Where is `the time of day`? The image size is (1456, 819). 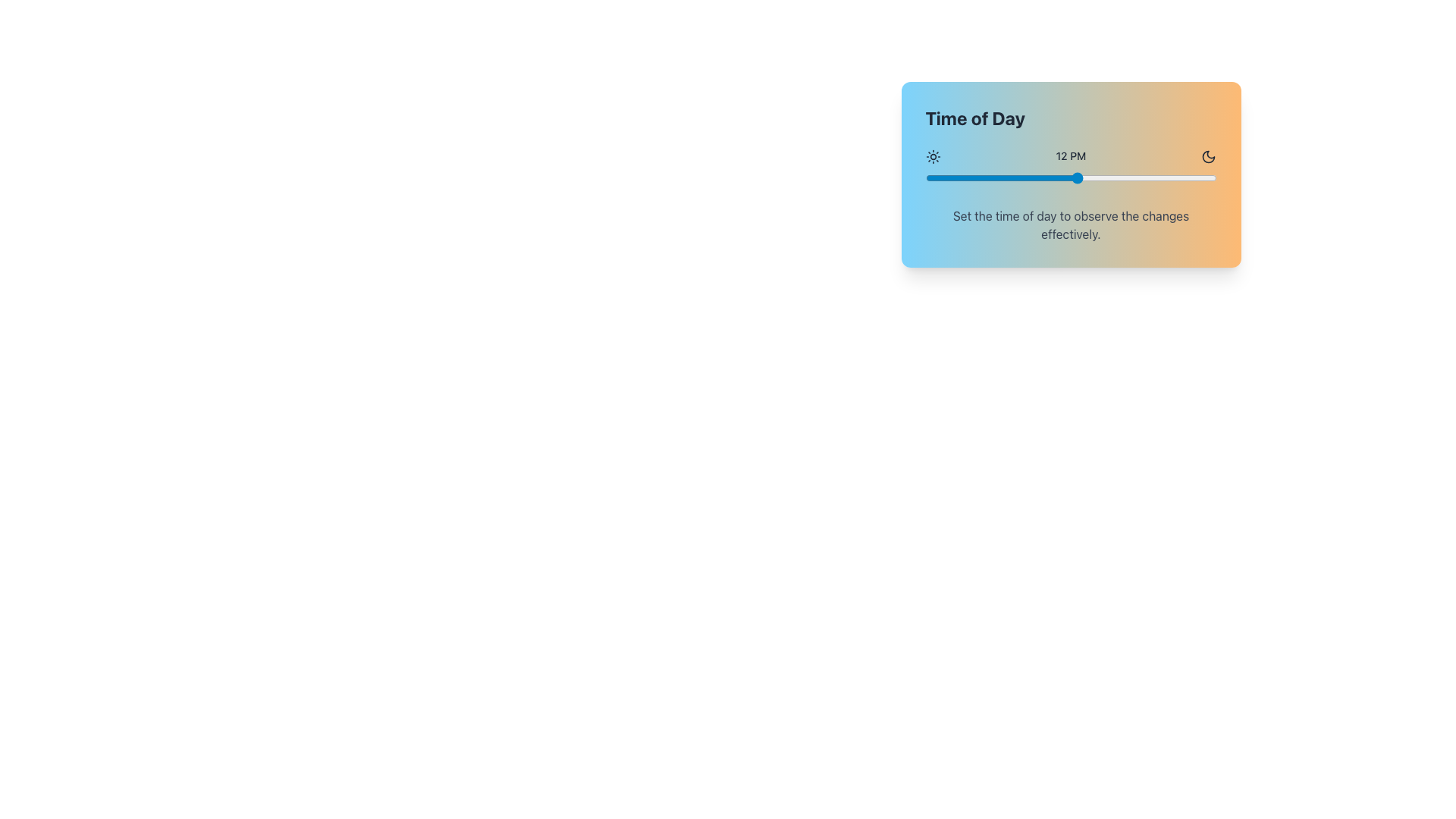 the time of day is located at coordinates (937, 177).